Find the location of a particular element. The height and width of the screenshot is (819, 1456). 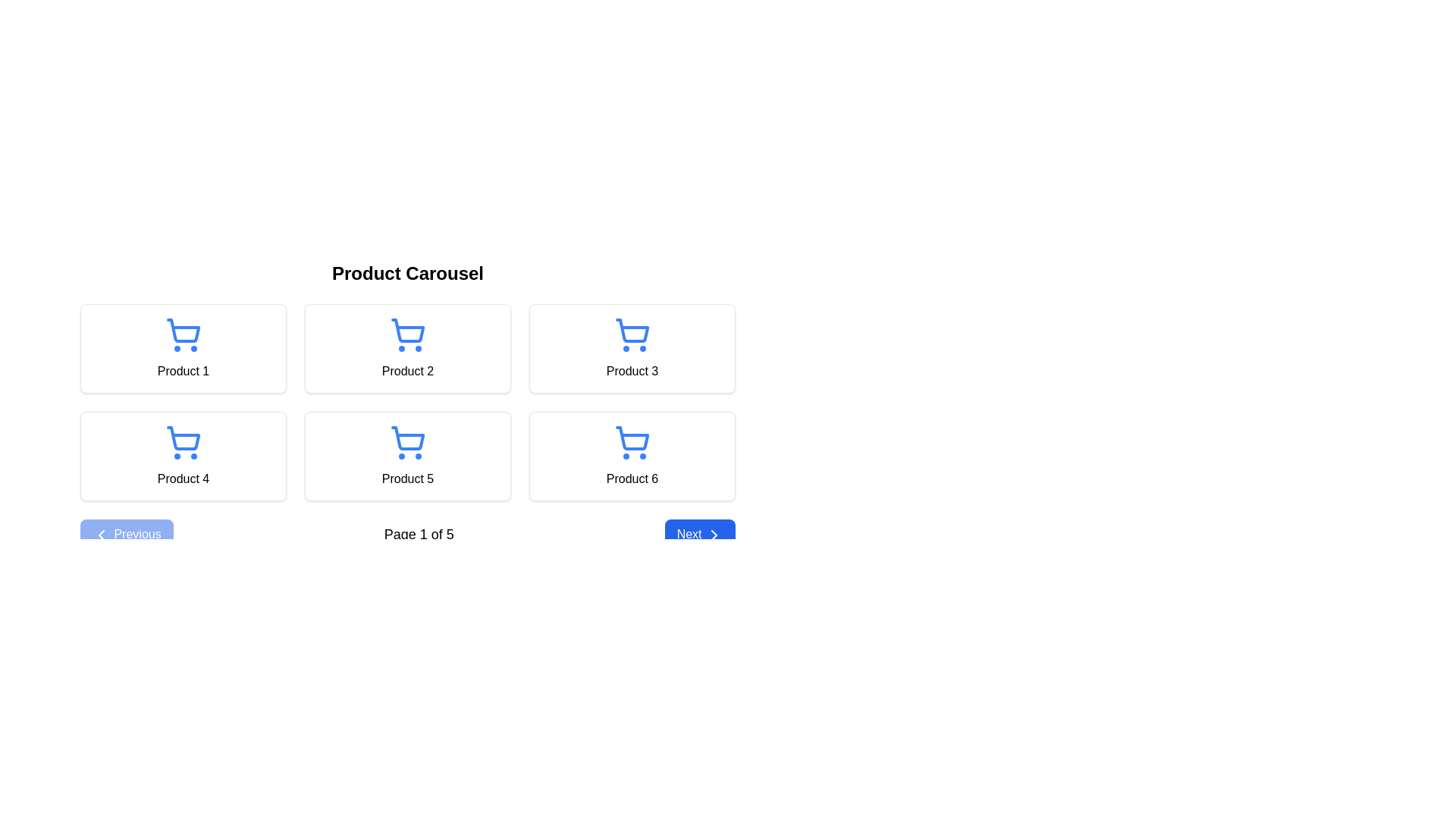

the shopping cart icon located in the second box of the three-column grid labeled 'Product 2' is located at coordinates (407, 334).